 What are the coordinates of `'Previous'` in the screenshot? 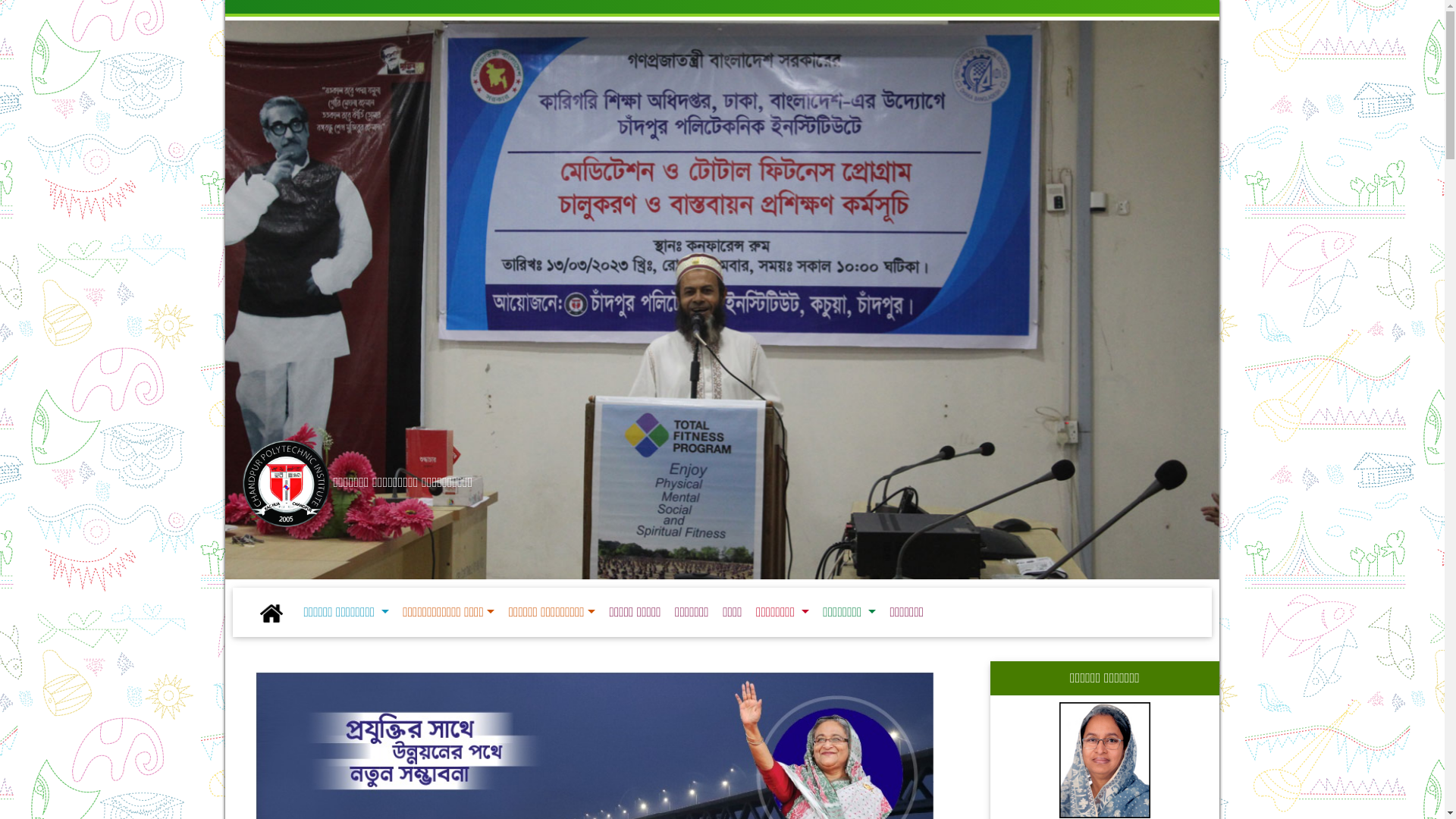 It's located at (260, 259).